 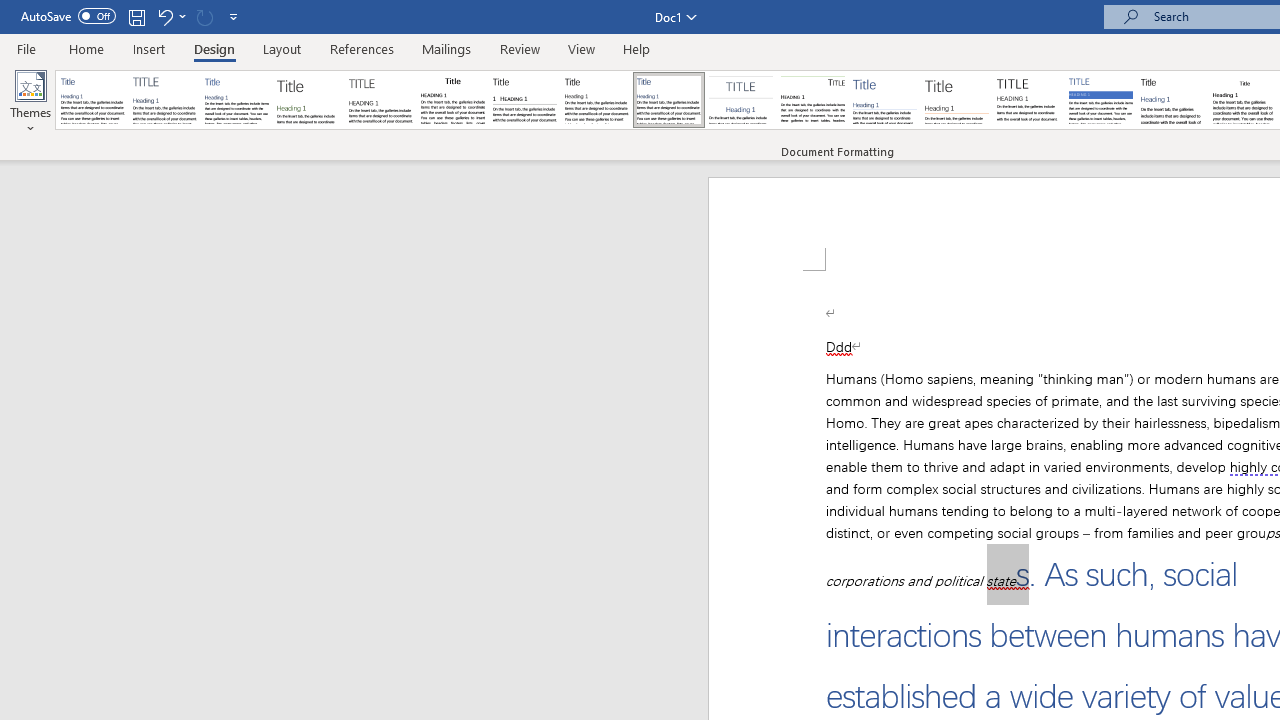 I want to click on 'Undo Outline Move Up', so click(x=170, y=16).